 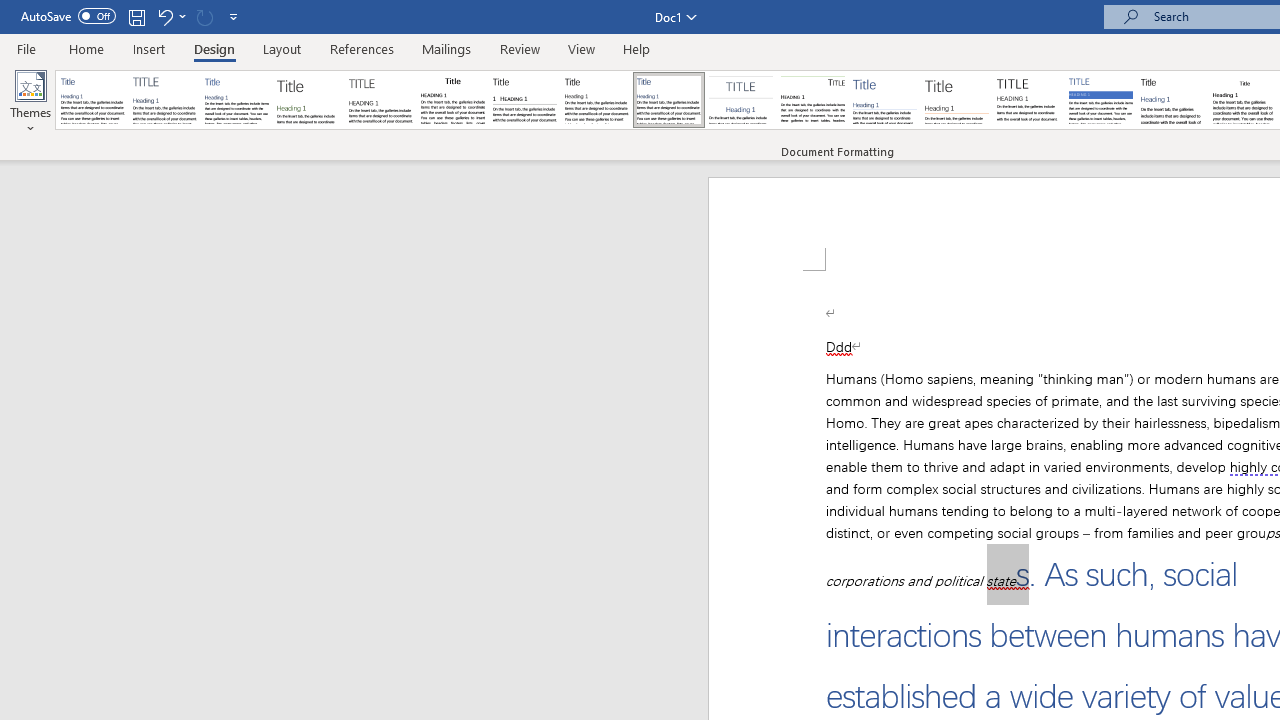 I want to click on 'Undo Outline Move Up', so click(x=170, y=16).